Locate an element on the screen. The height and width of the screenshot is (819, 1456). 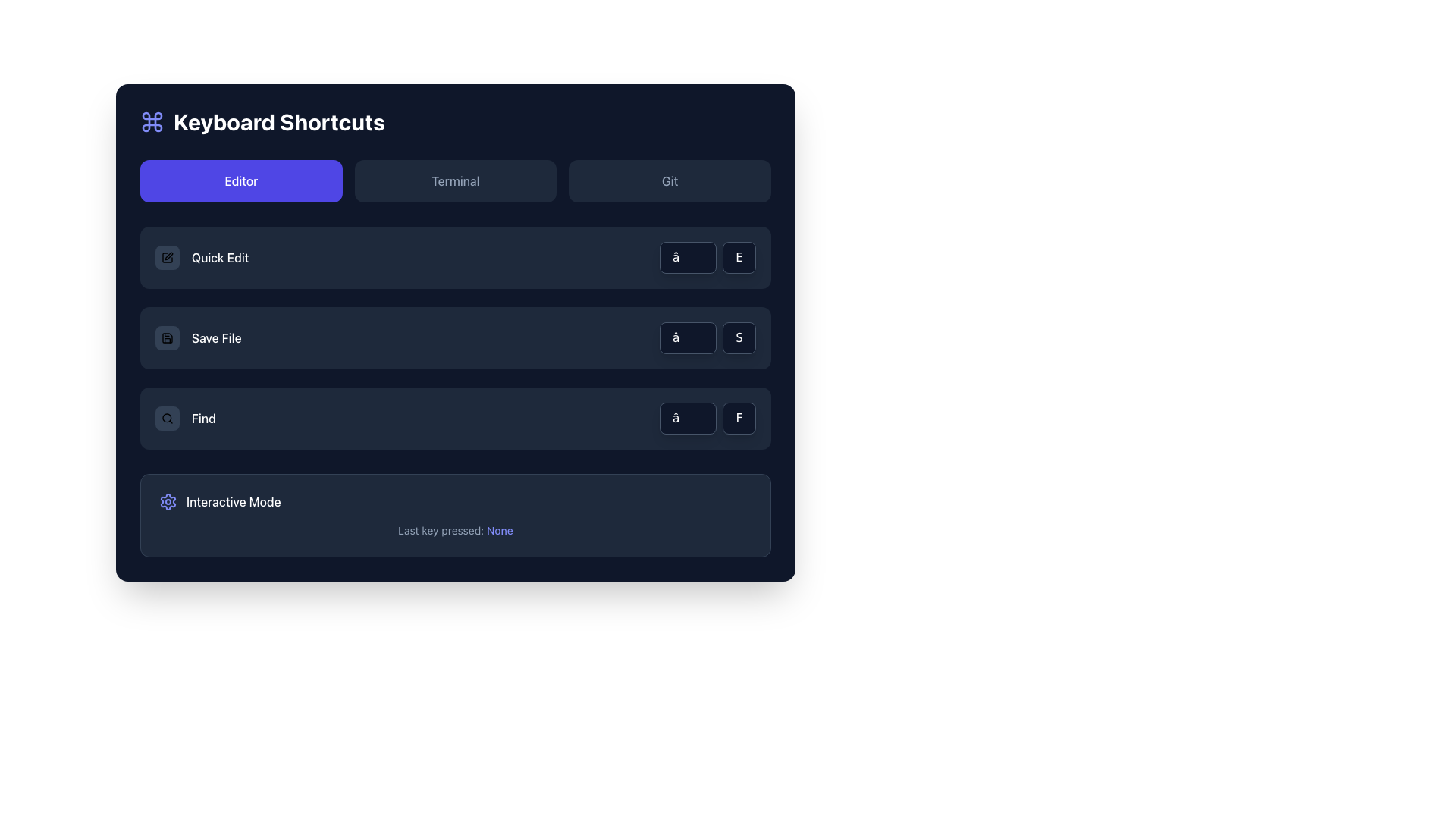
the editing icon located in the 'Quick Edit' section, which is positioned to the left of its label in the 'Keyboard Shortcuts' menu is located at coordinates (167, 256).